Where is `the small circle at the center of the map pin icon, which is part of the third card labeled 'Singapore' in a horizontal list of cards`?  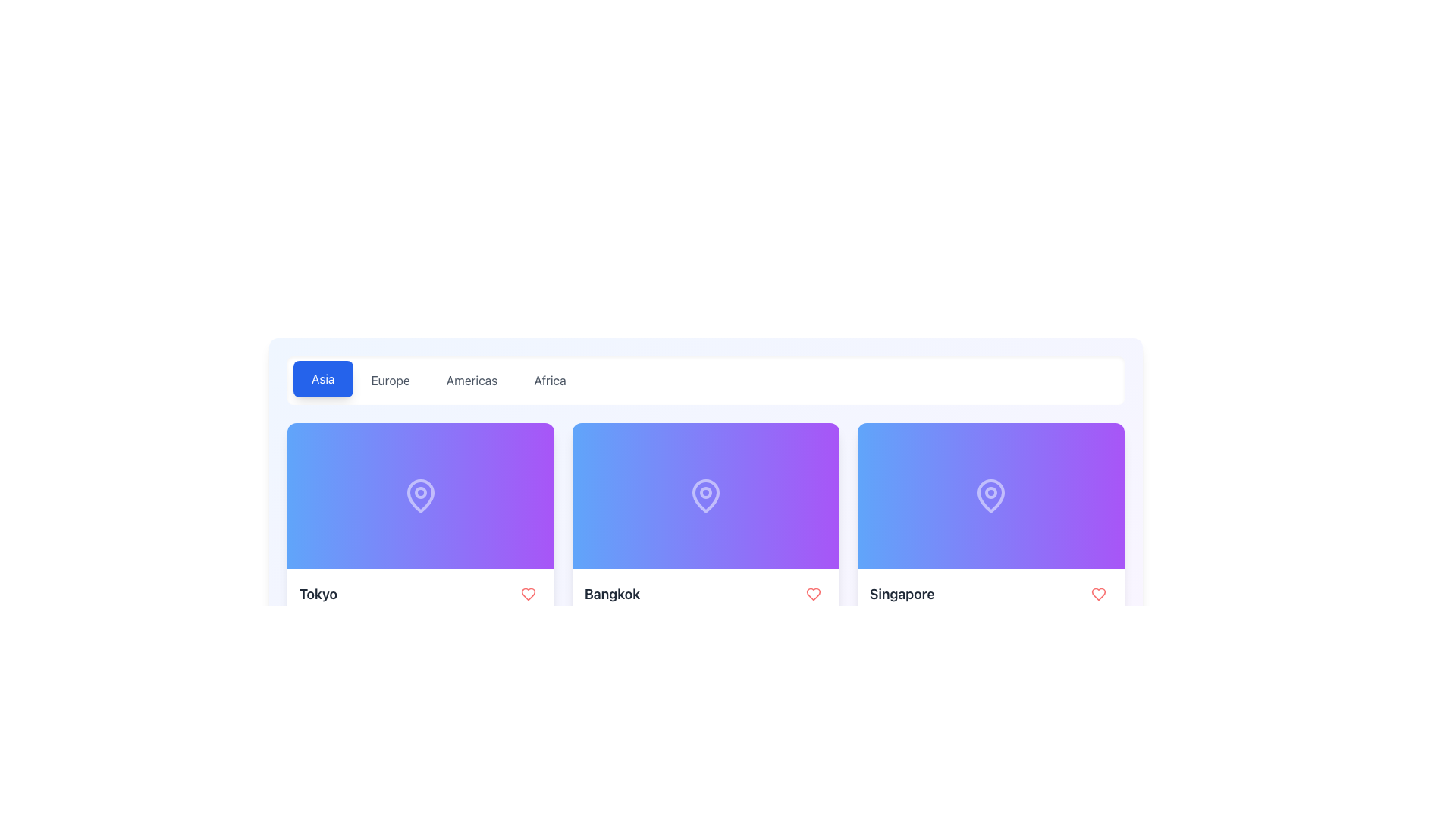 the small circle at the center of the map pin icon, which is part of the third card labeled 'Singapore' in a horizontal list of cards is located at coordinates (990, 493).